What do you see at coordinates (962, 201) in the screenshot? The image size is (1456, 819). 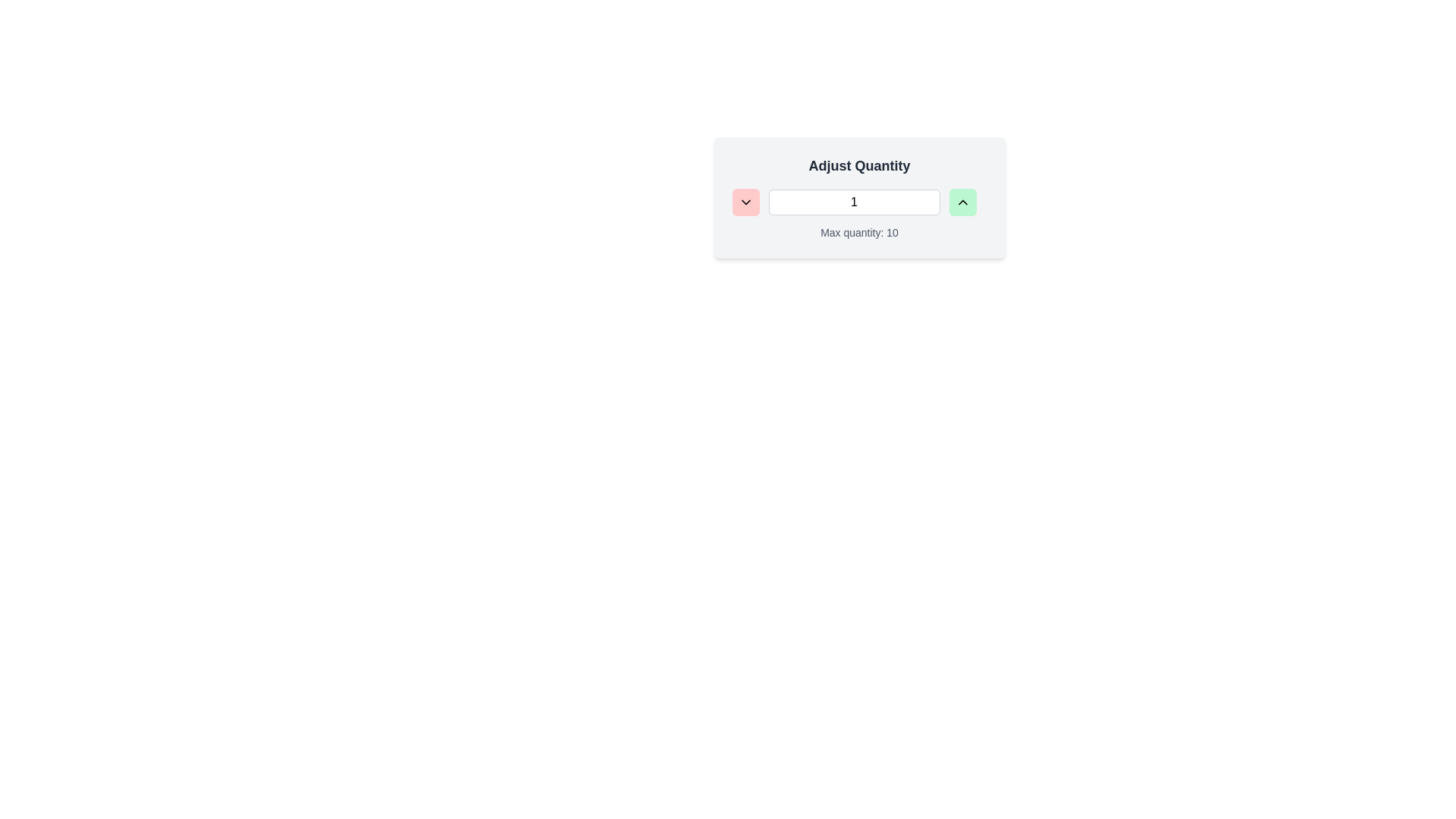 I see `the chevron-up icon located within the green button to the right of the numeric input field labeled '1'` at bounding box center [962, 201].